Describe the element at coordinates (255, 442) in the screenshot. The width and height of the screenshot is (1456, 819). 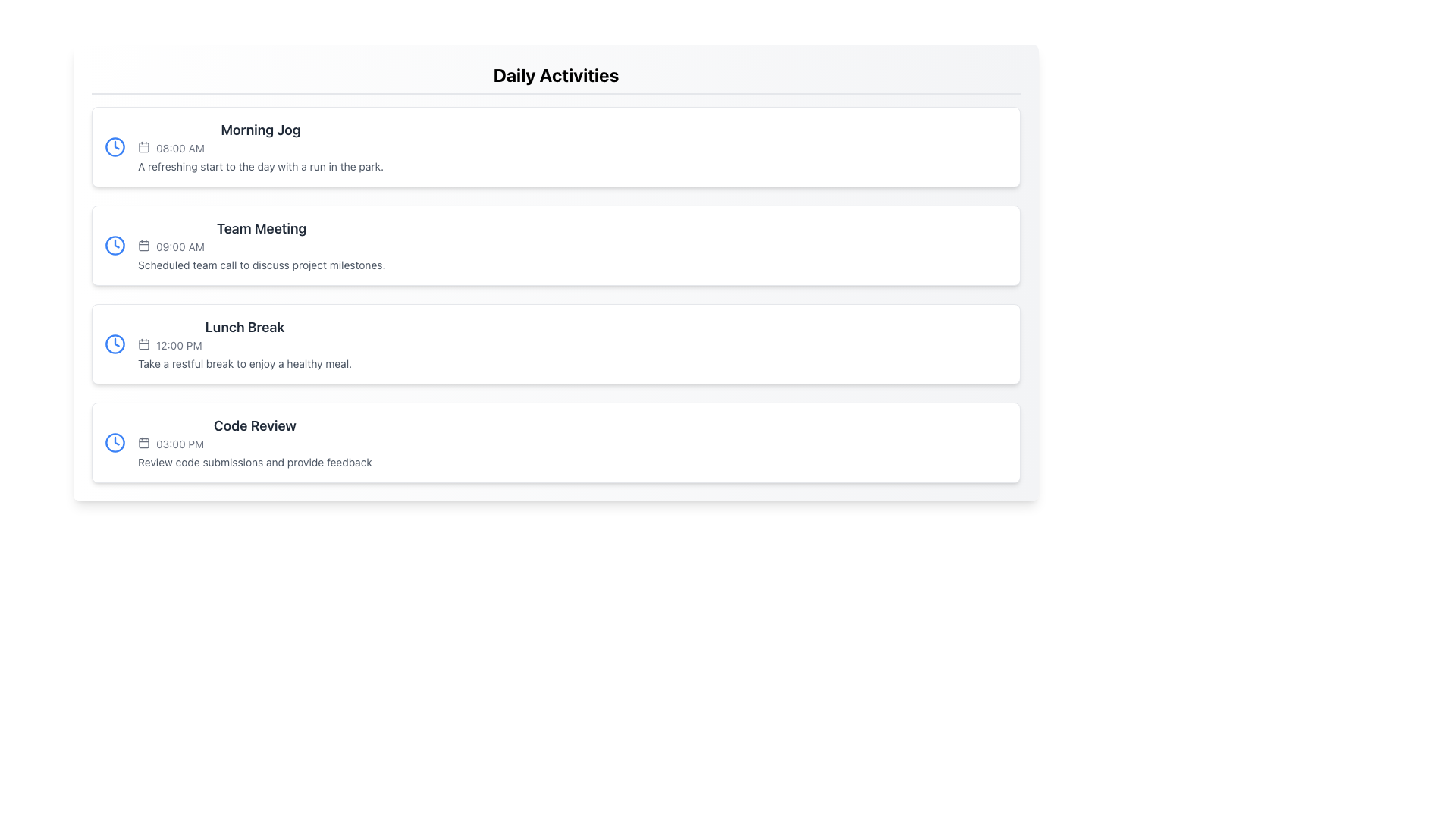
I see `the informational block that provides details about an upcoming activity or appointment, positioned as the fourth item in a vertically stacked list, located below the 'Lunch Break' element` at that location.